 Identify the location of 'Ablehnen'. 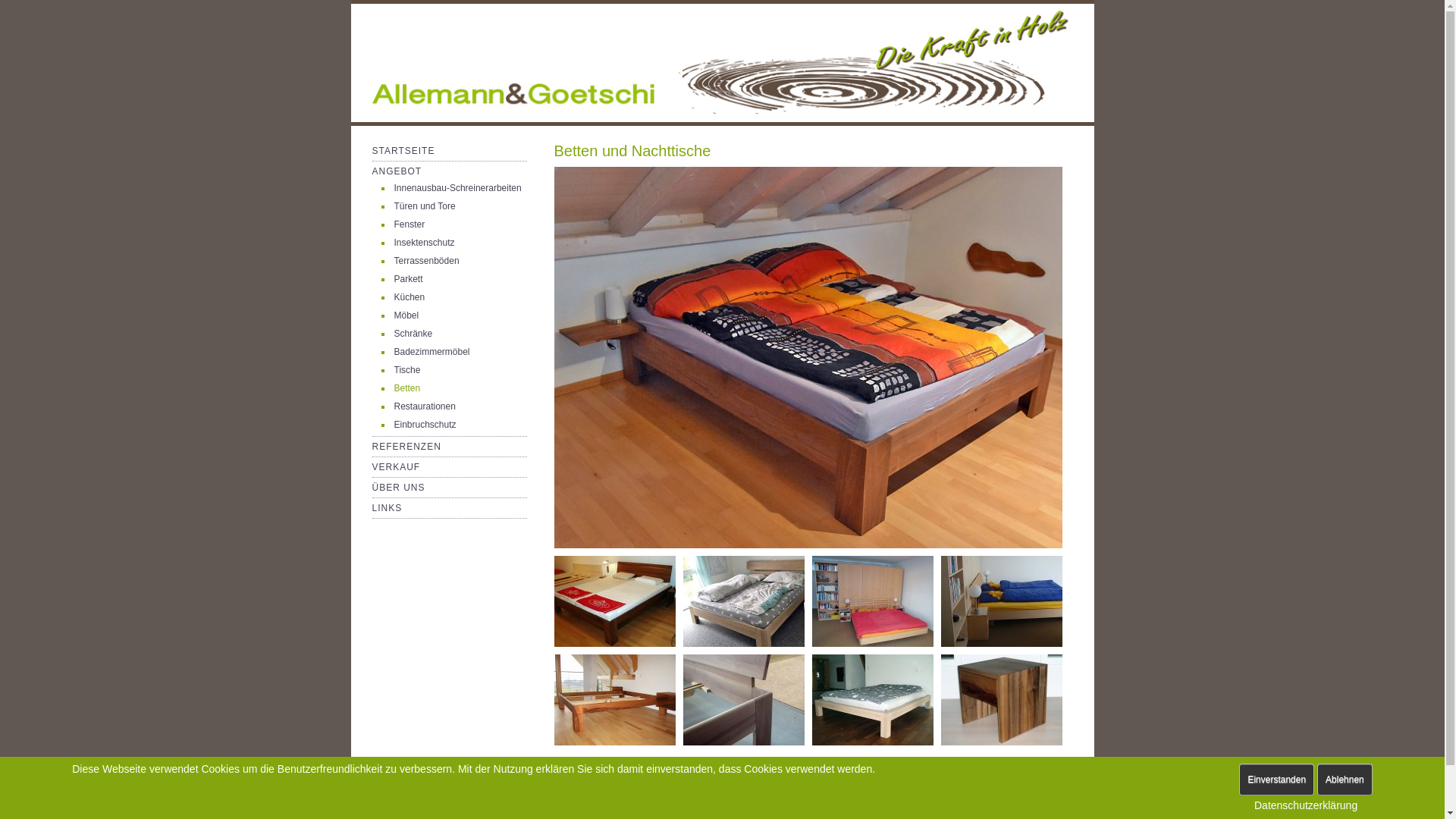
(1316, 780).